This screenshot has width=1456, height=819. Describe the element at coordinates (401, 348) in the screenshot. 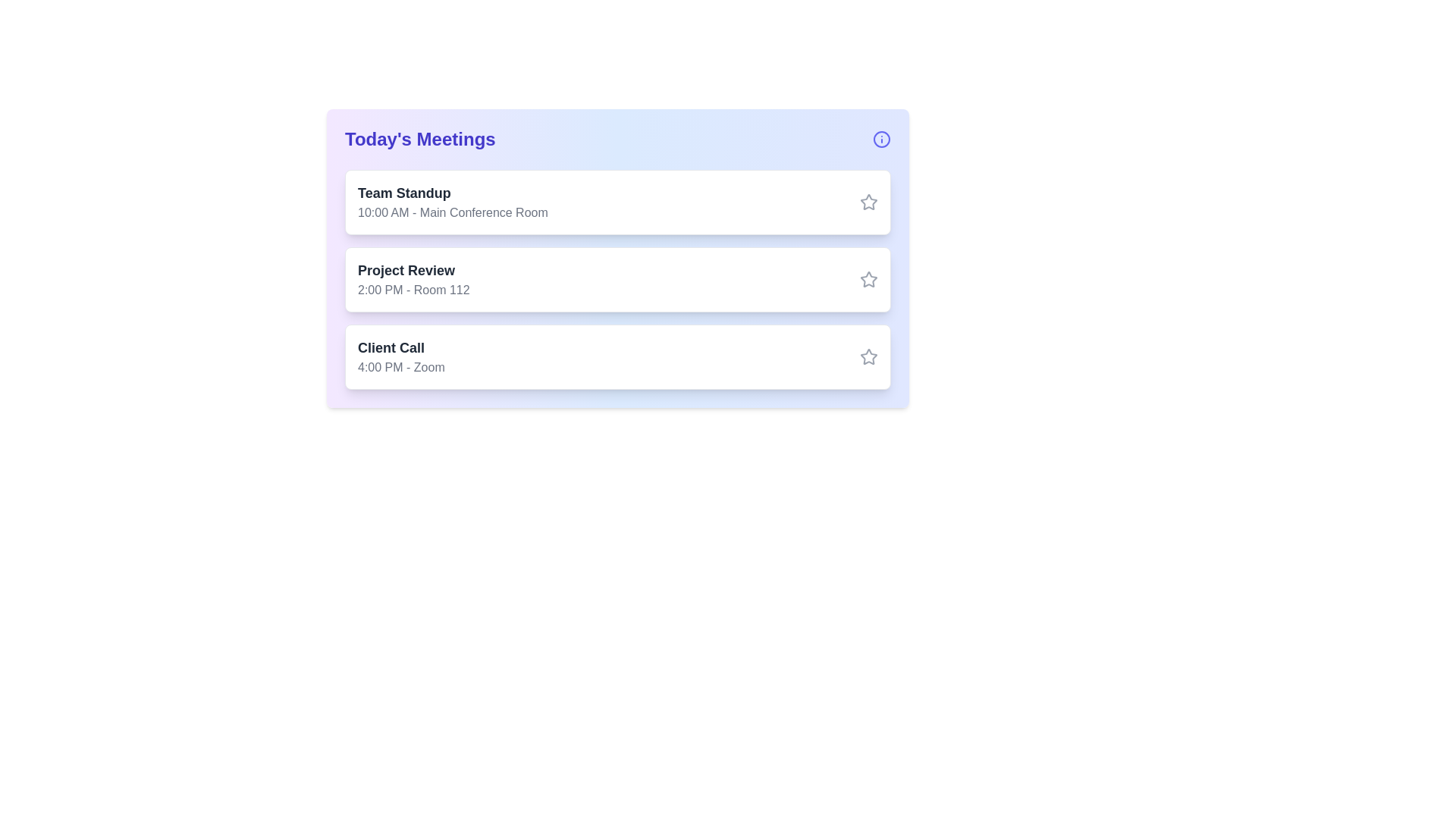

I see `the 'Client Call' text label, which is displayed in bold, large dark gray font on a white background, positioned within the third card of 'Today's Meetings'` at that location.